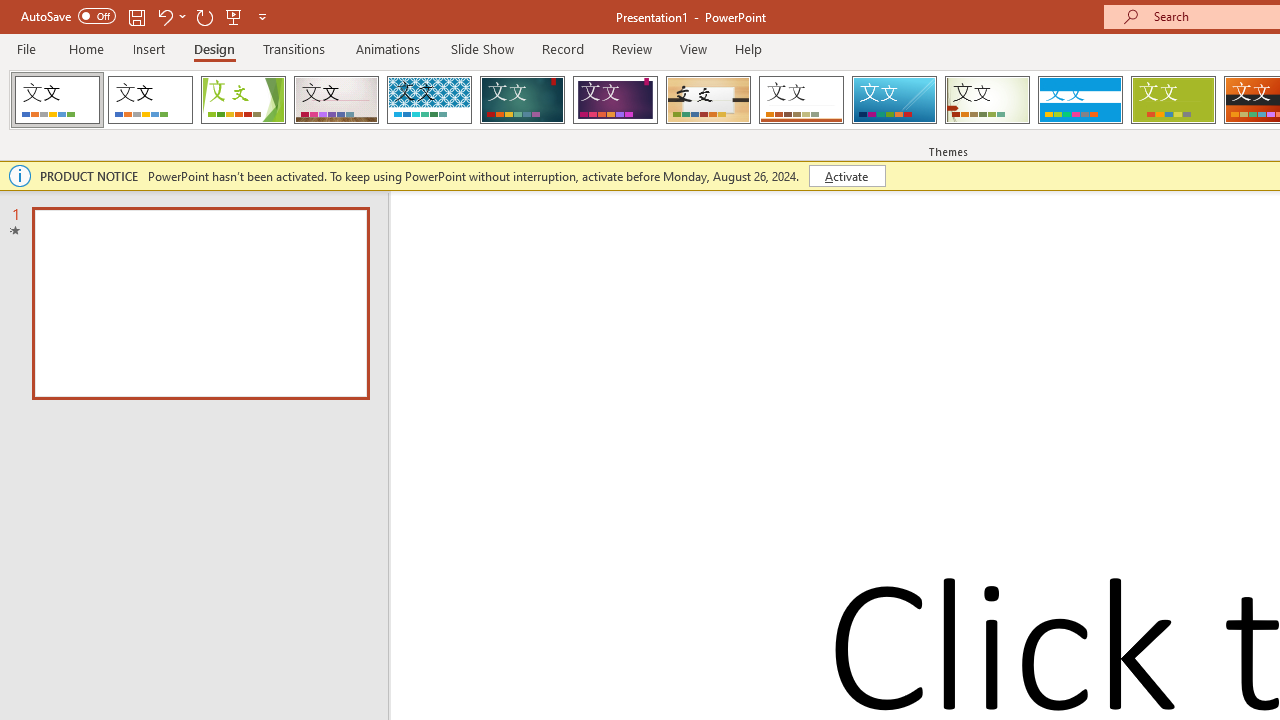 This screenshot has height=720, width=1280. What do you see at coordinates (893, 100) in the screenshot?
I see `'Slice'` at bounding box center [893, 100].